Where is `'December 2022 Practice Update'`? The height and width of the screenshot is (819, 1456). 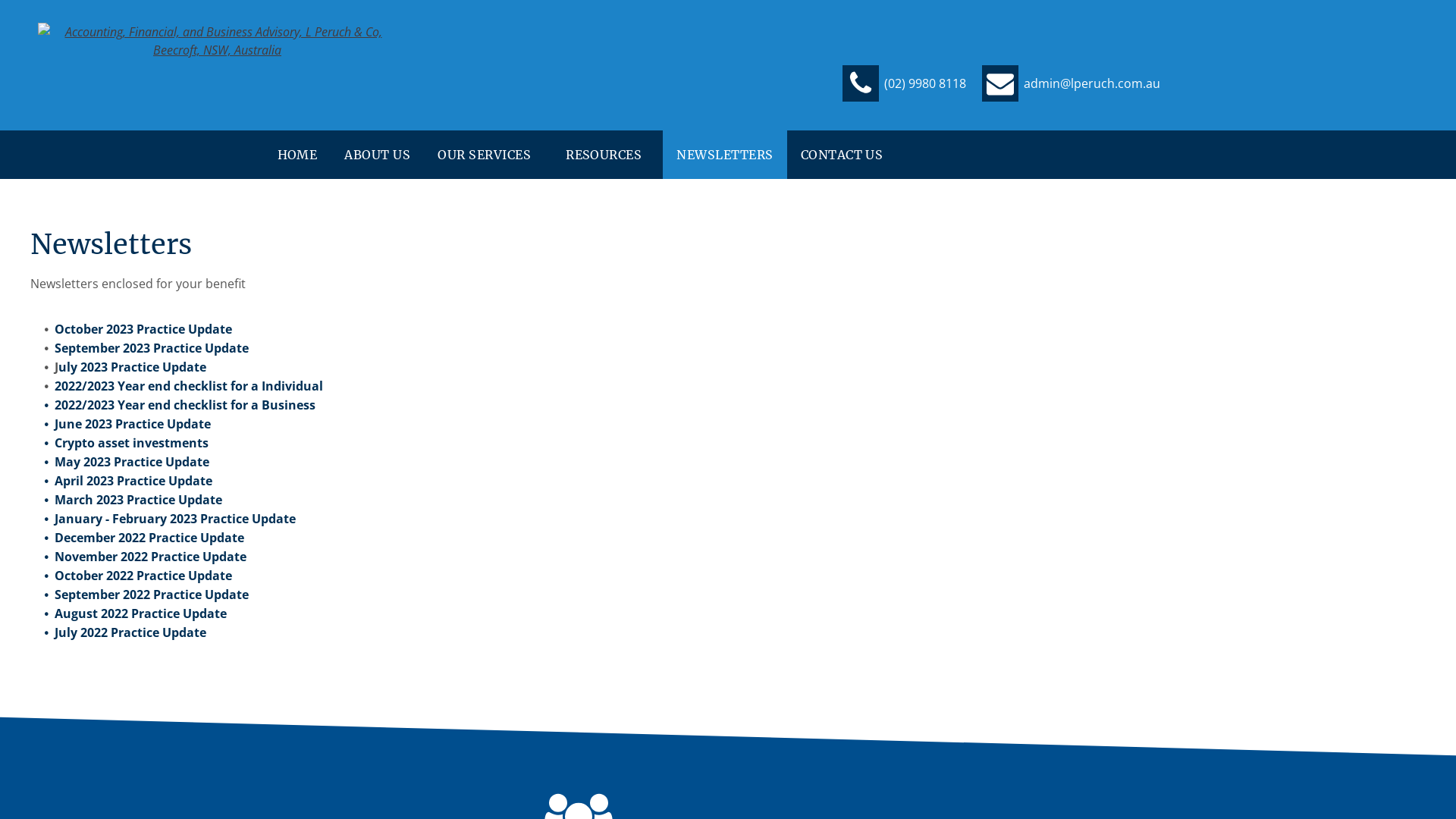 'December 2022 Practice Update' is located at coordinates (149, 537).